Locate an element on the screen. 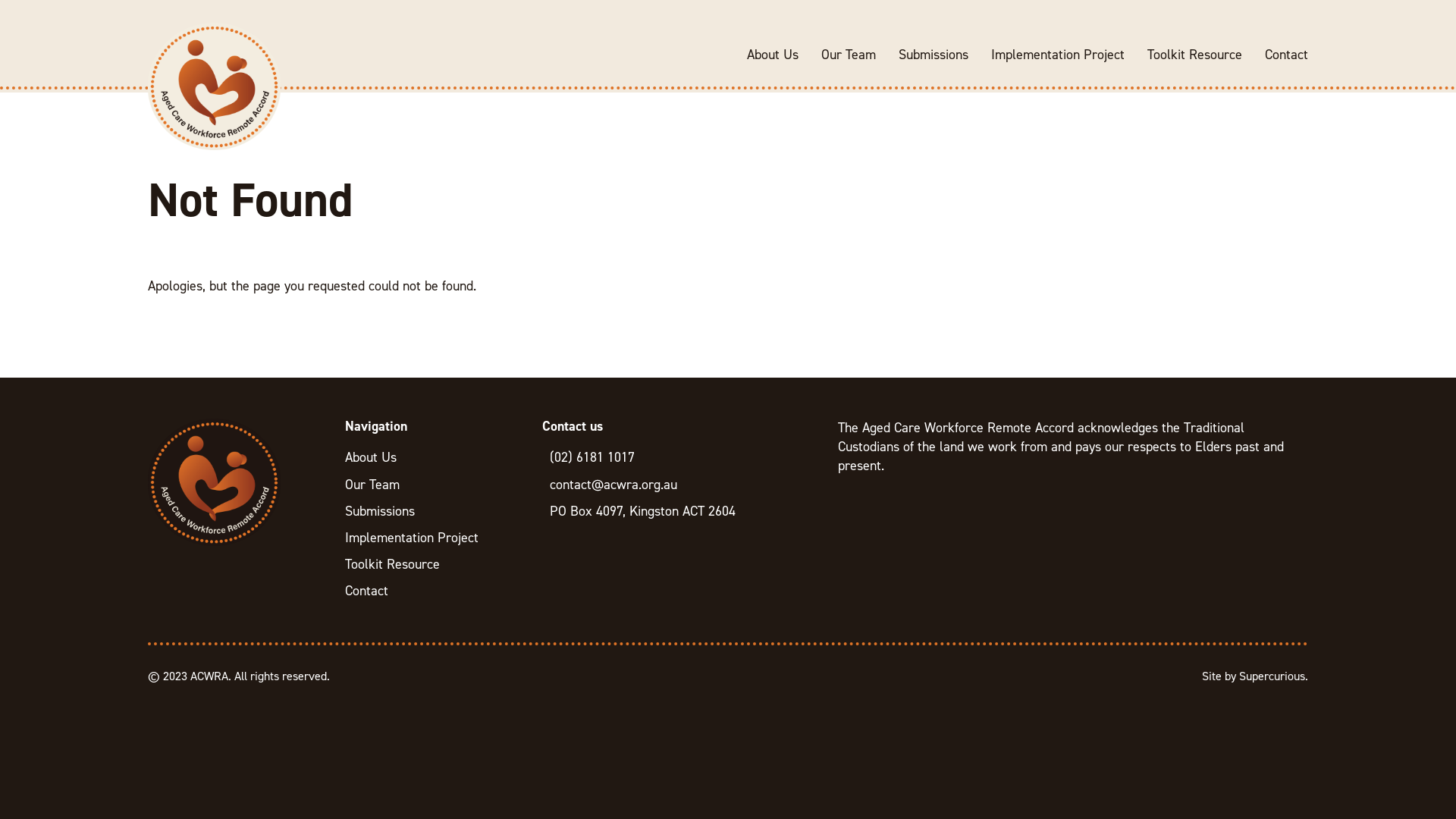  '(02) 6181 1017' is located at coordinates (677, 457).